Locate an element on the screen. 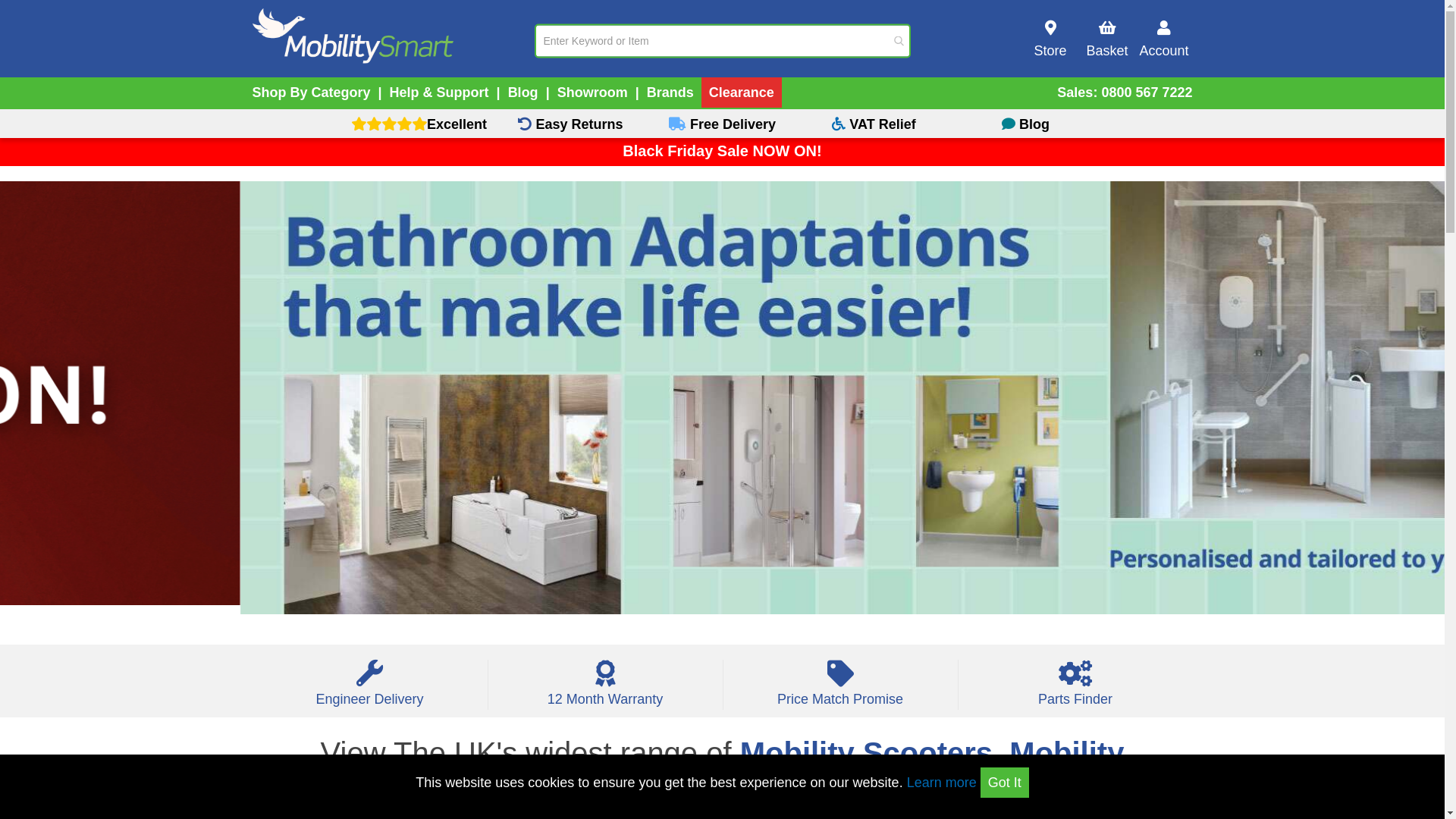 This screenshot has height=819, width=1456. 'VAT Relief' is located at coordinates (874, 123).